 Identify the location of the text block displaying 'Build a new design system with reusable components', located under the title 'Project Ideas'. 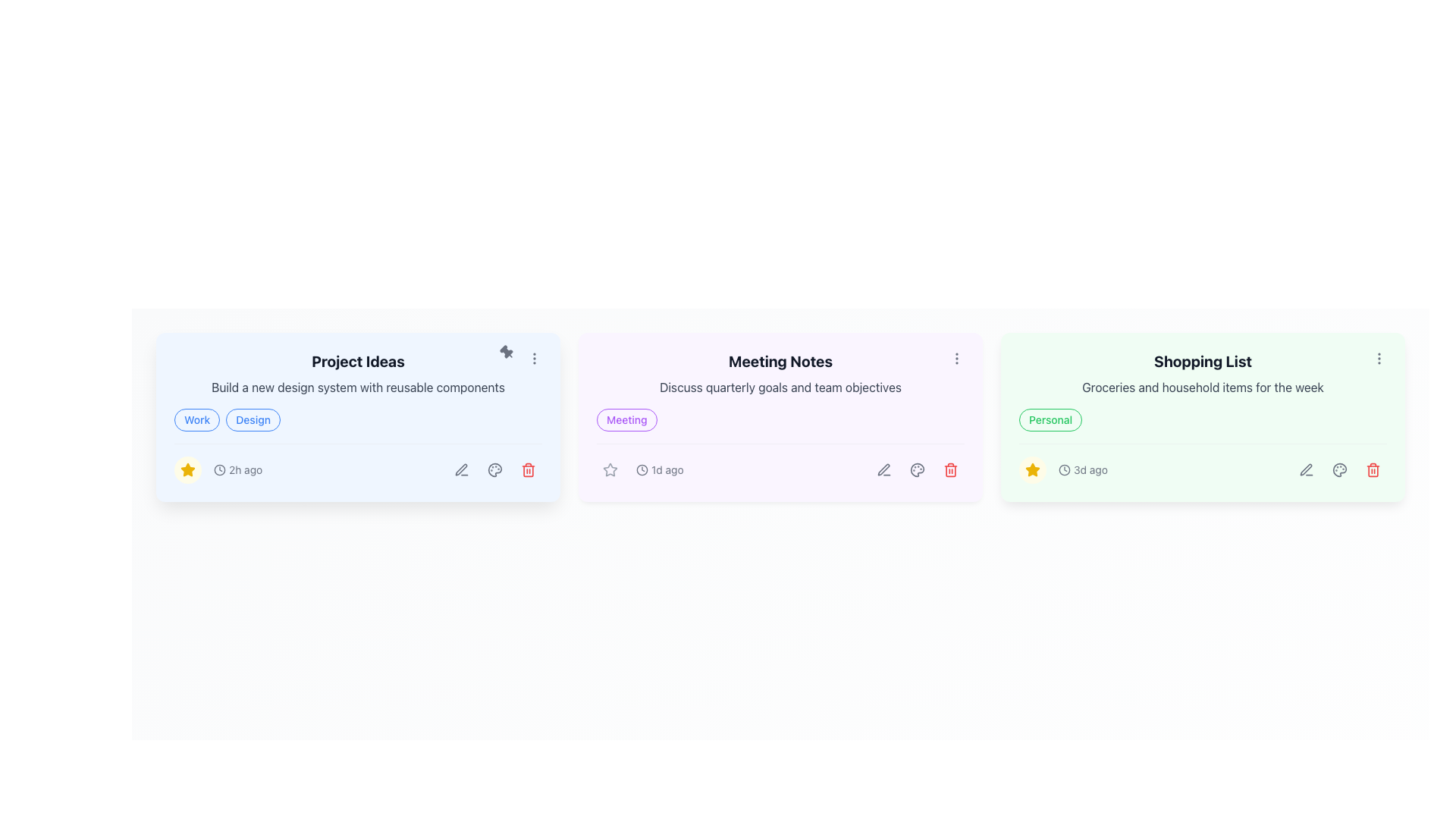
(357, 386).